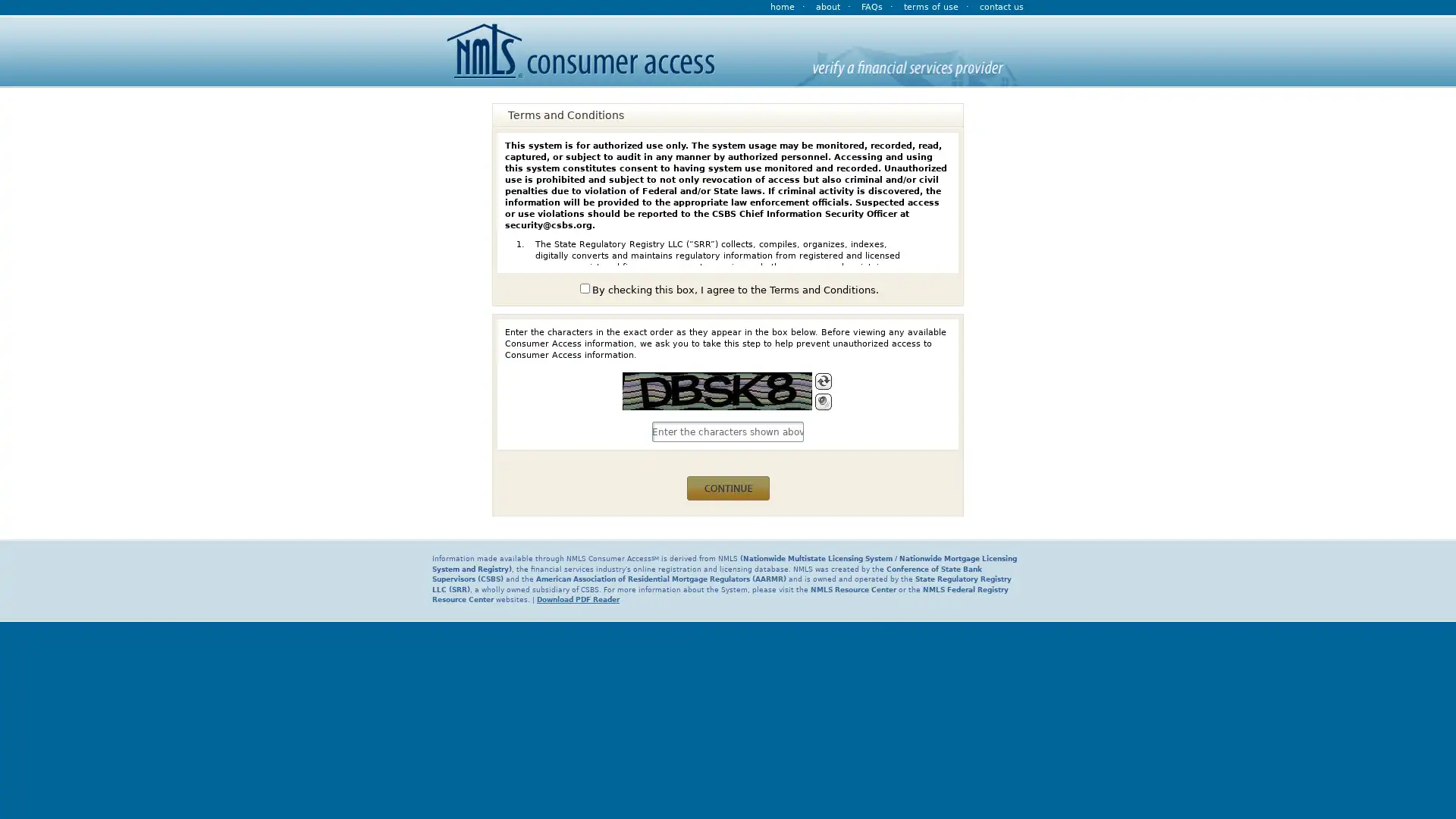 The width and height of the screenshot is (1456, 819). Describe the element at coordinates (726, 488) in the screenshot. I see `continue` at that location.